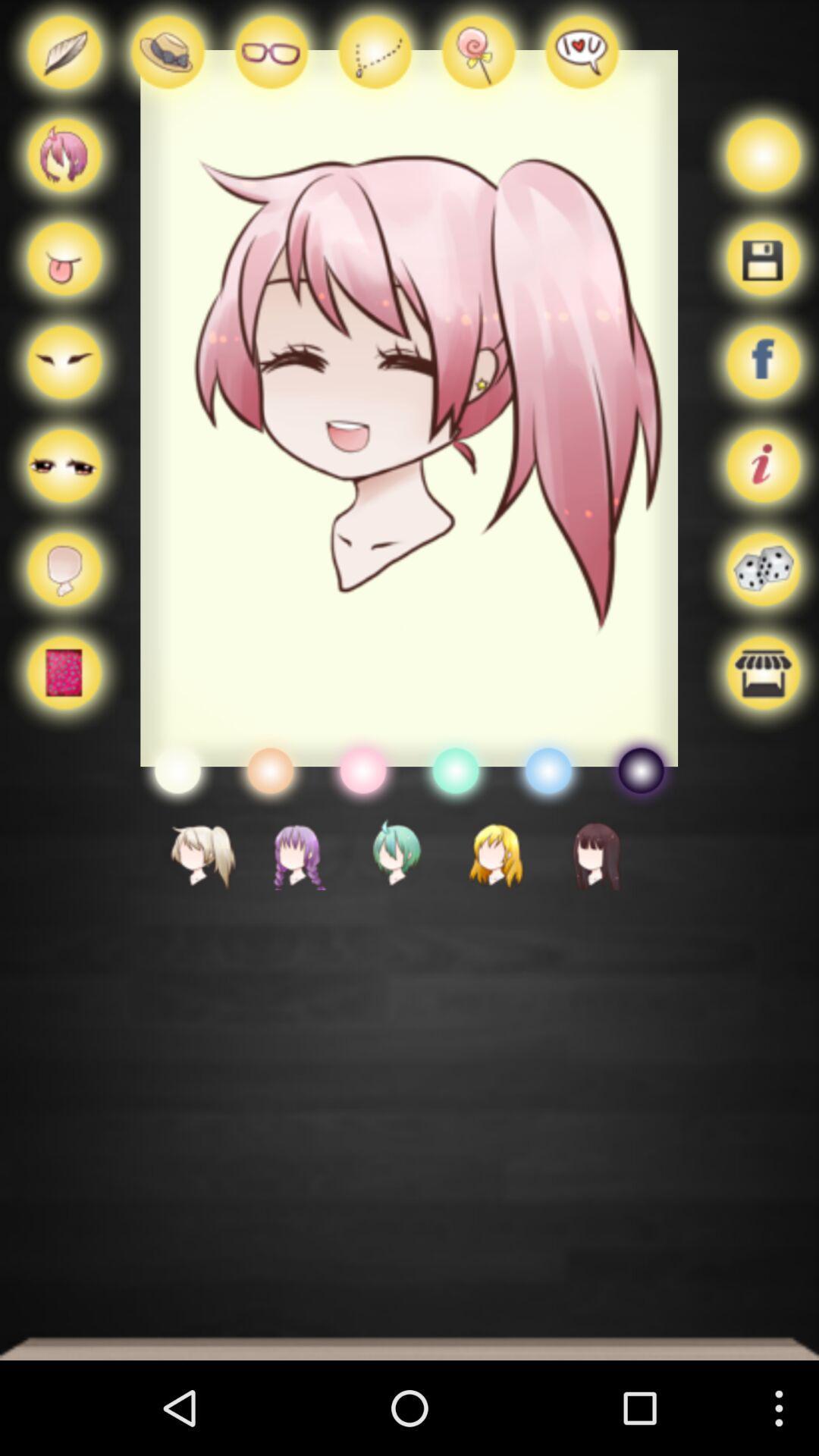  I want to click on the emoji icon, so click(362, 824).